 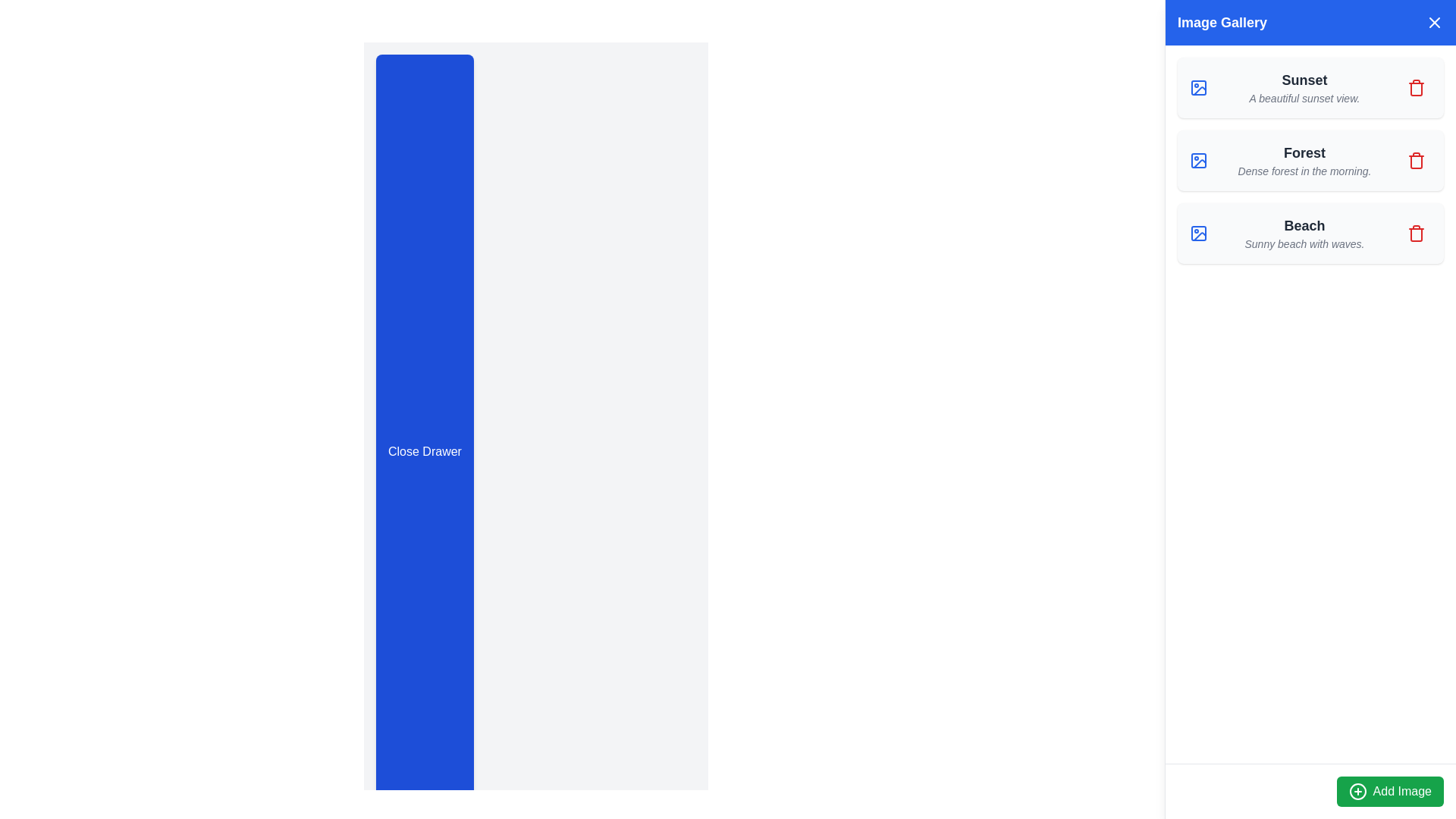 What do you see at coordinates (1222, 23) in the screenshot?
I see `the static text label that identifies the section as 'Image Gallery', located in the header bar with a blue background` at bounding box center [1222, 23].